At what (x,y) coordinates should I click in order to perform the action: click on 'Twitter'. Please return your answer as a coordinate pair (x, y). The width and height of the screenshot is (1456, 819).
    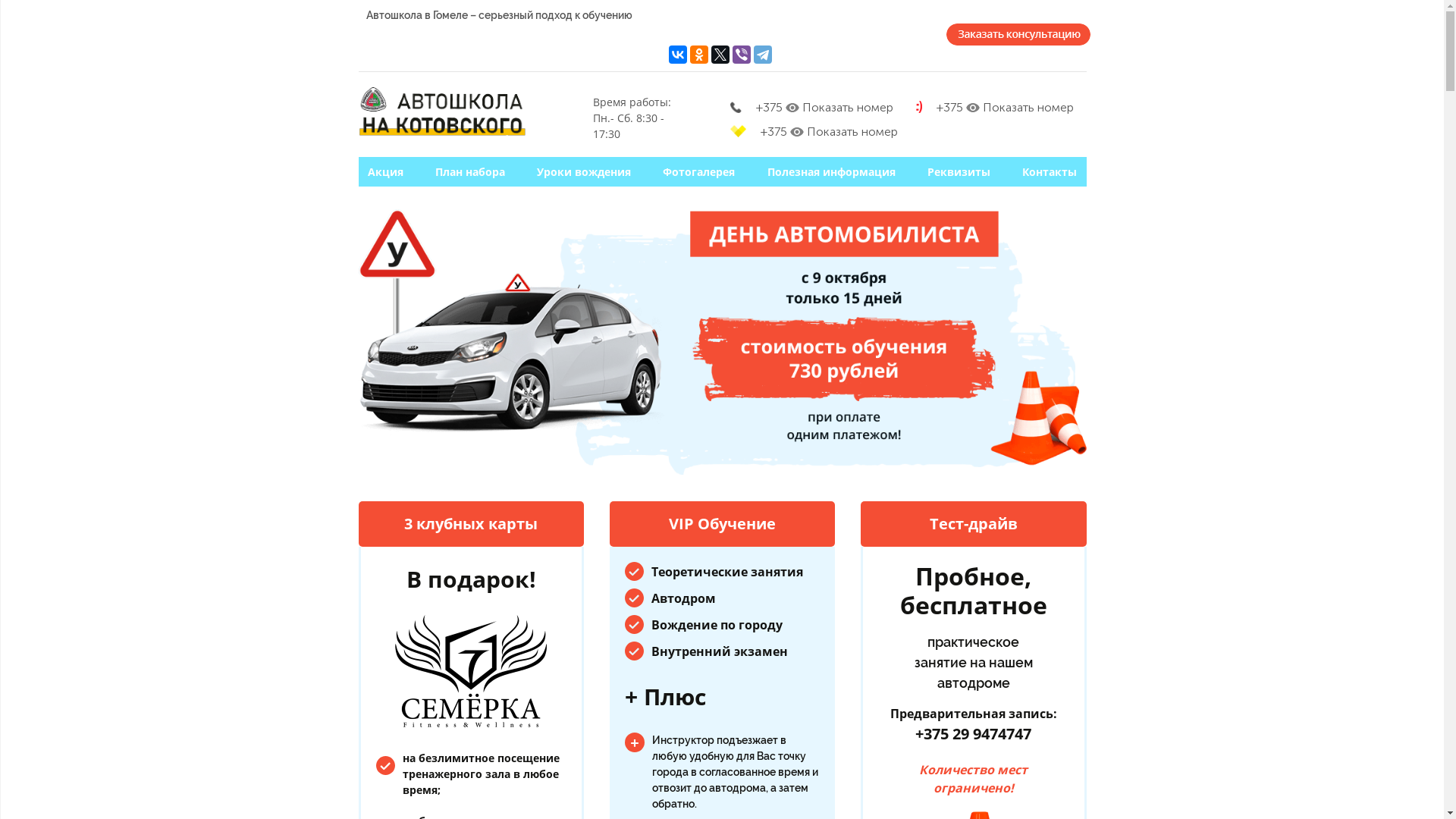
    Looking at the image, I should click on (720, 54).